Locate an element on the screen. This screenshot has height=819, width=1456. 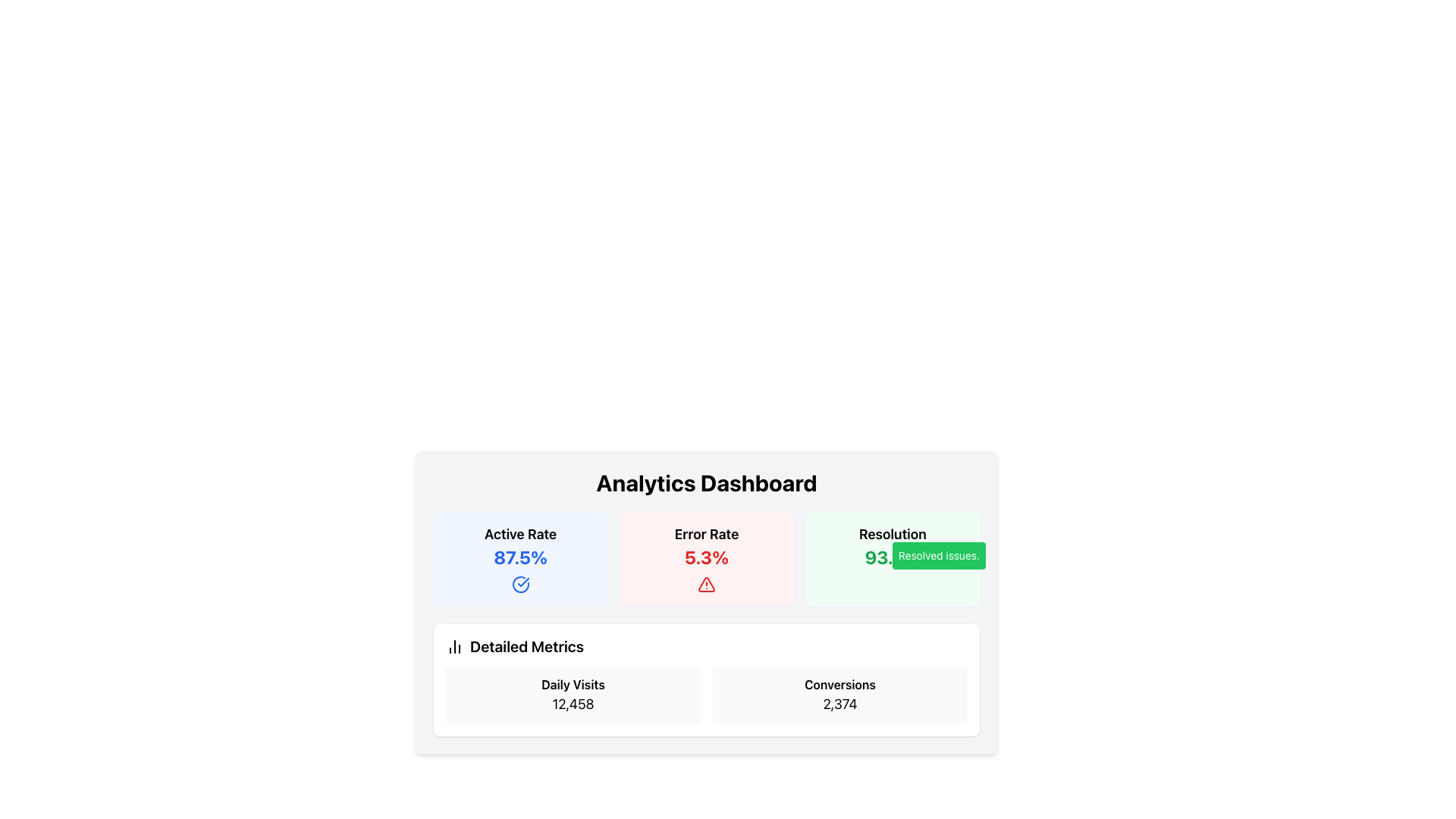
the Information Card displaying the error rate percentage for additional details, located in the center of a row of three analytics cards between 'Active Rate' and 'Resolution' is located at coordinates (705, 558).